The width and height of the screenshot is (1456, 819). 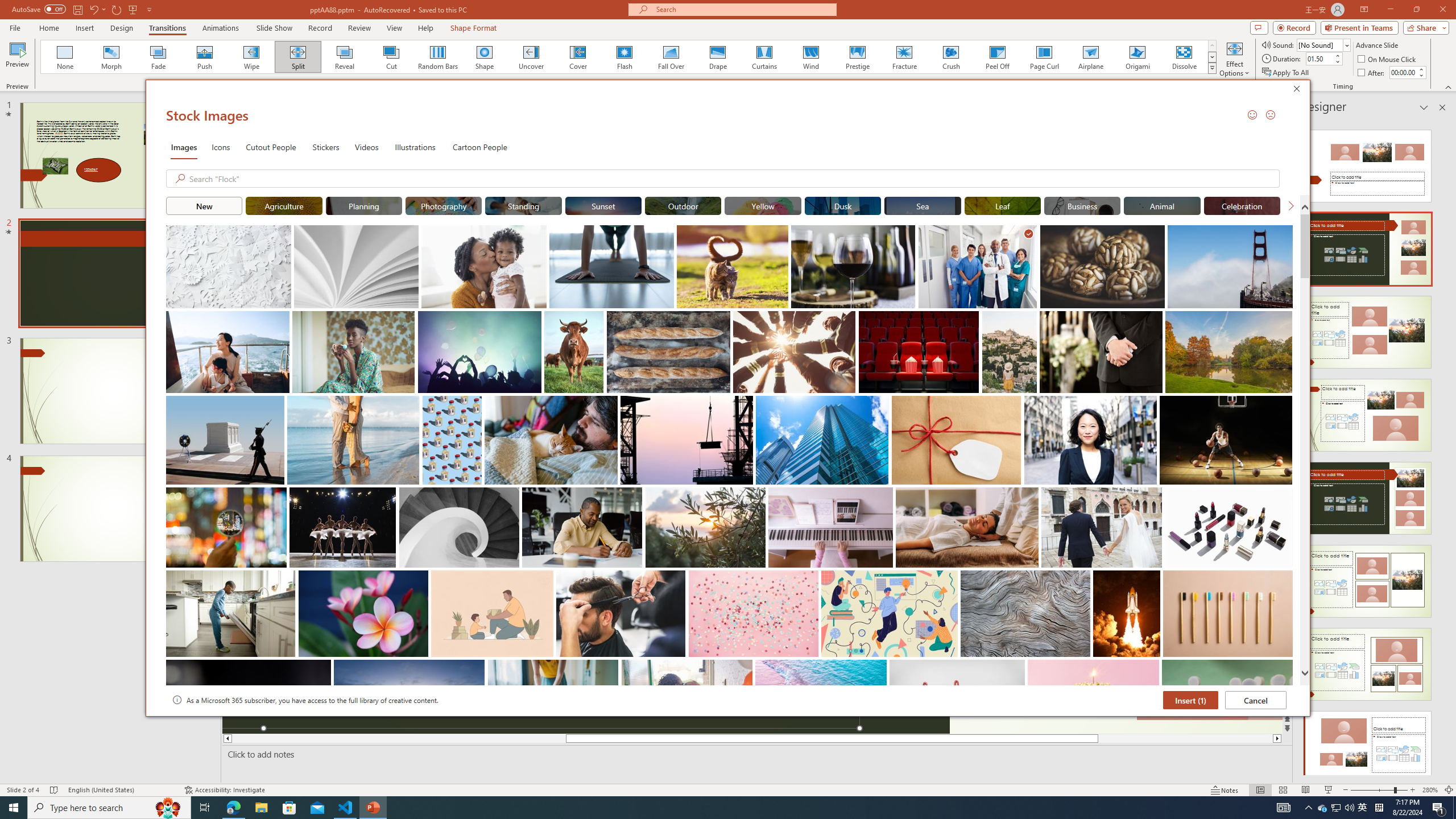 I want to click on 'Reveal', so click(x=345, y=56).